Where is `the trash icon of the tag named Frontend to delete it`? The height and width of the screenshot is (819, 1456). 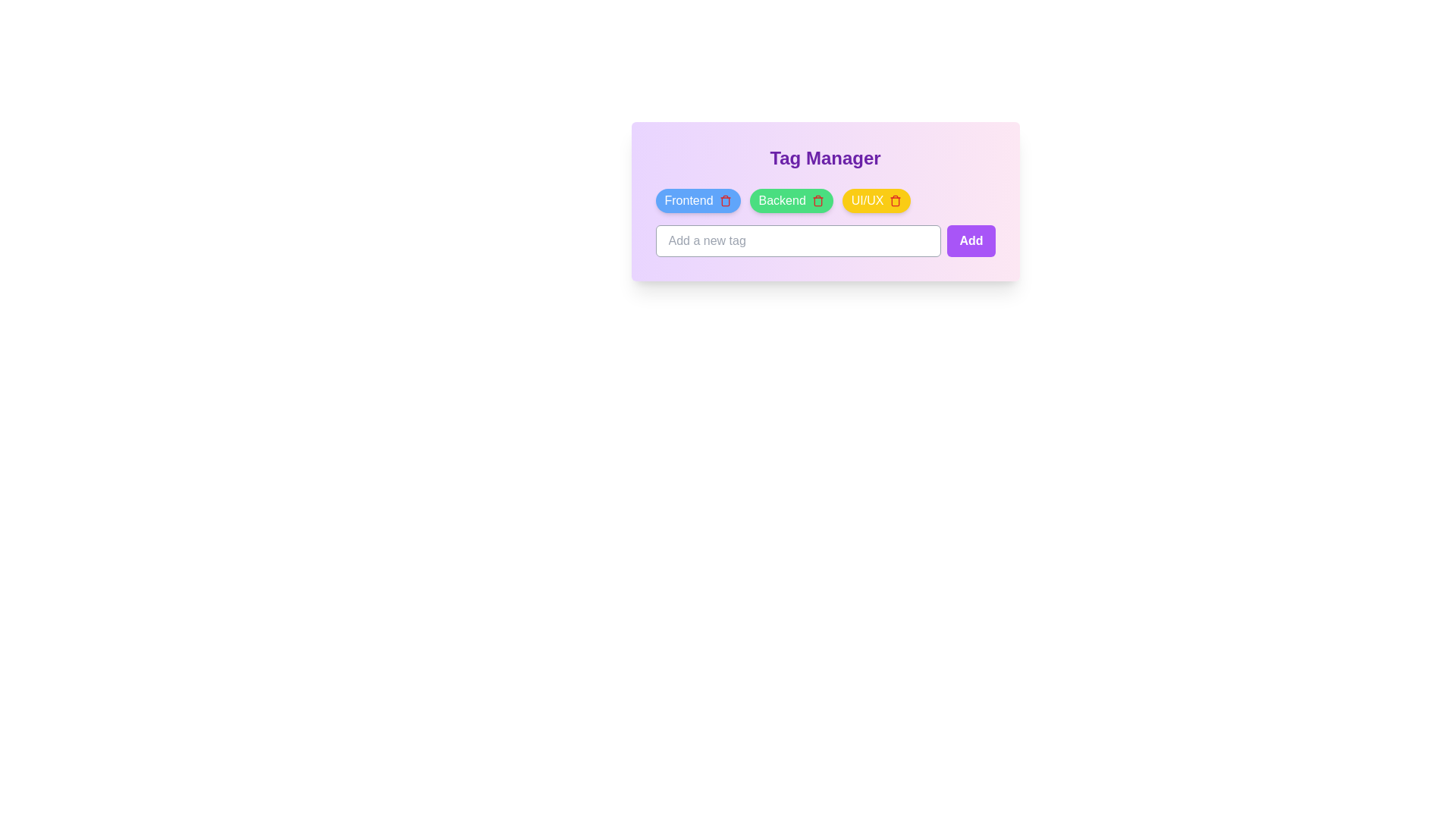
the trash icon of the tag named Frontend to delete it is located at coordinates (724, 200).